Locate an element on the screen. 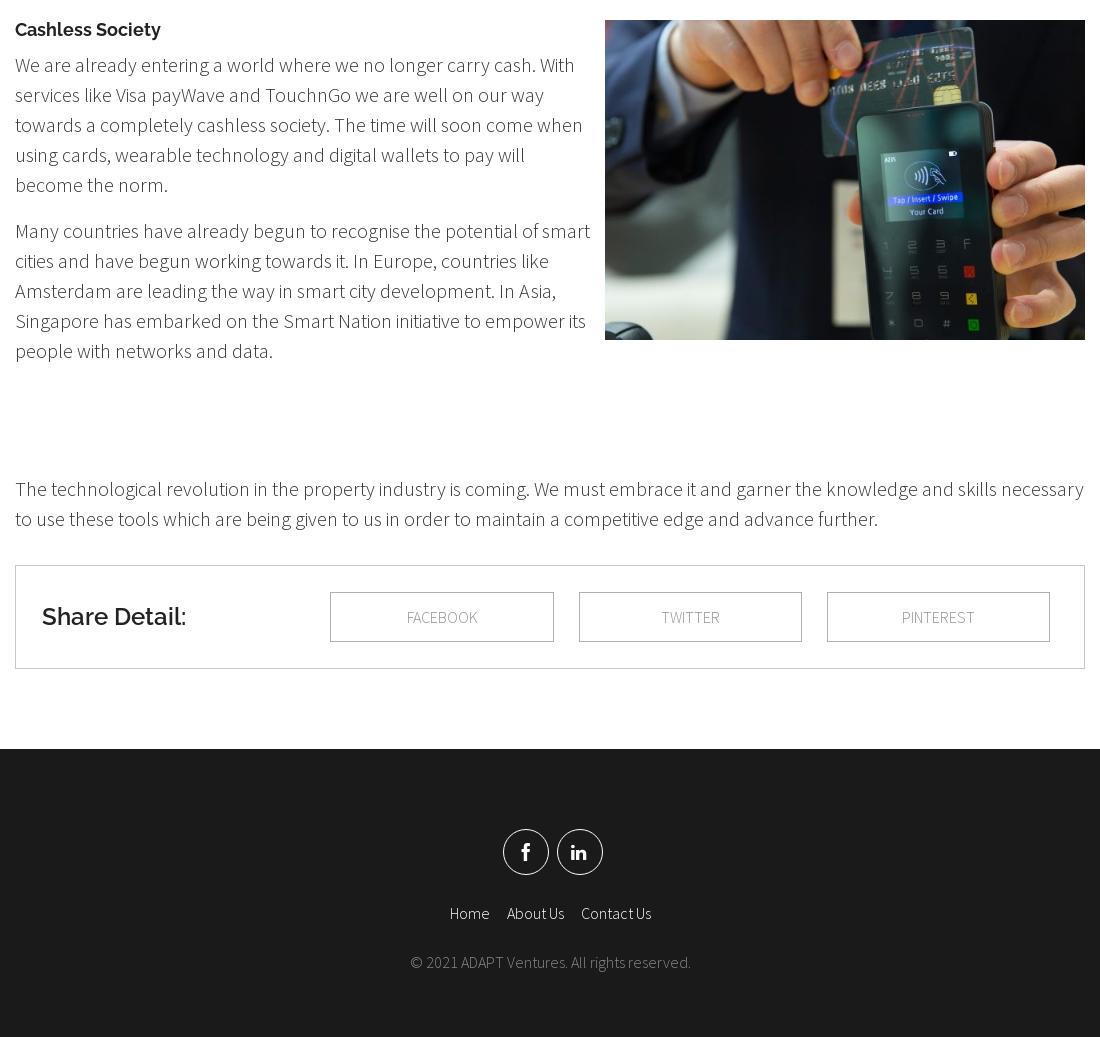 This screenshot has width=1100, height=1037. '© 2021 ADAPT Ventures. All rights reserved.' is located at coordinates (549, 960).